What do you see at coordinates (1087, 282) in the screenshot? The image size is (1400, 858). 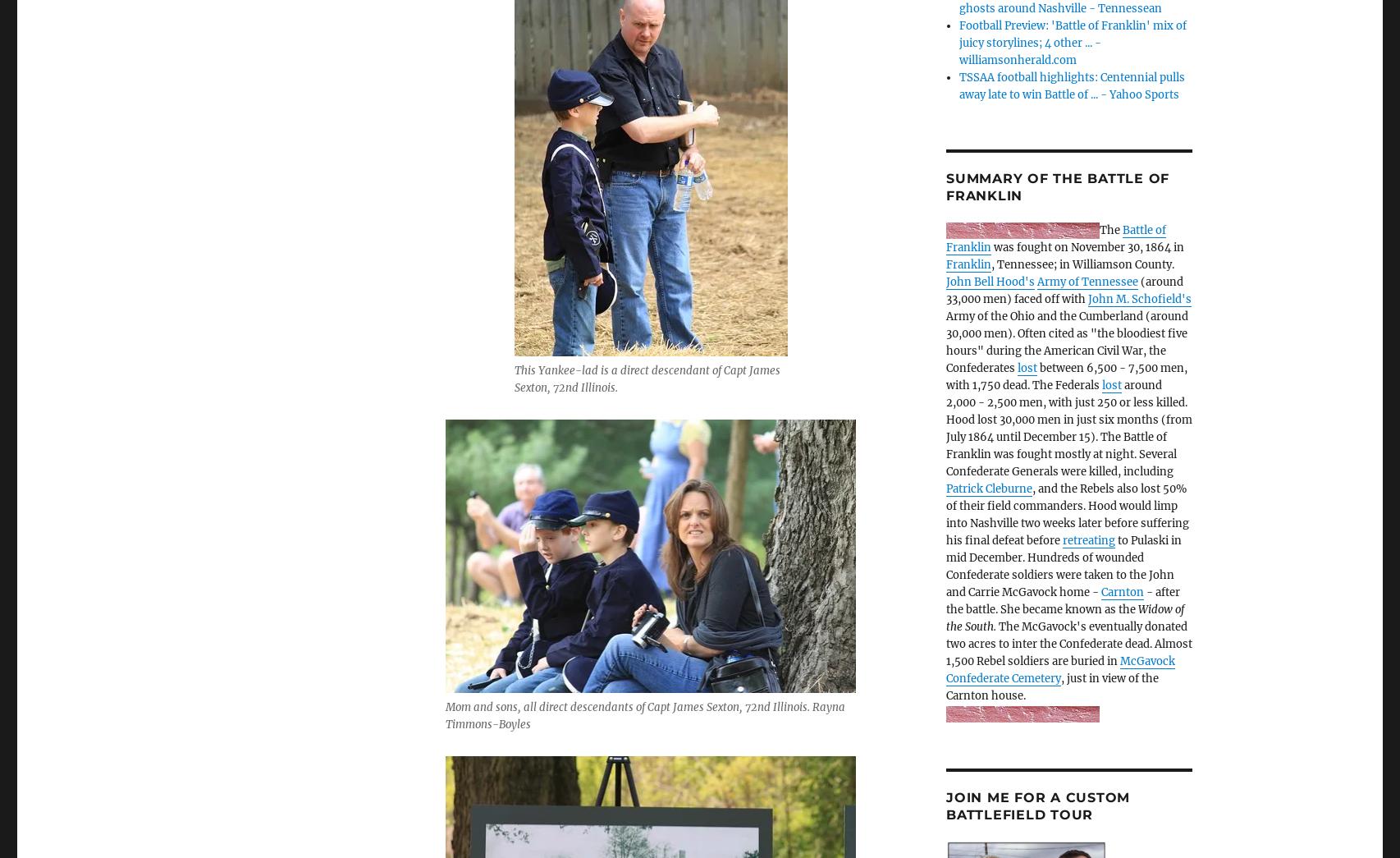 I see `'Army of Tennessee'` at bounding box center [1087, 282].